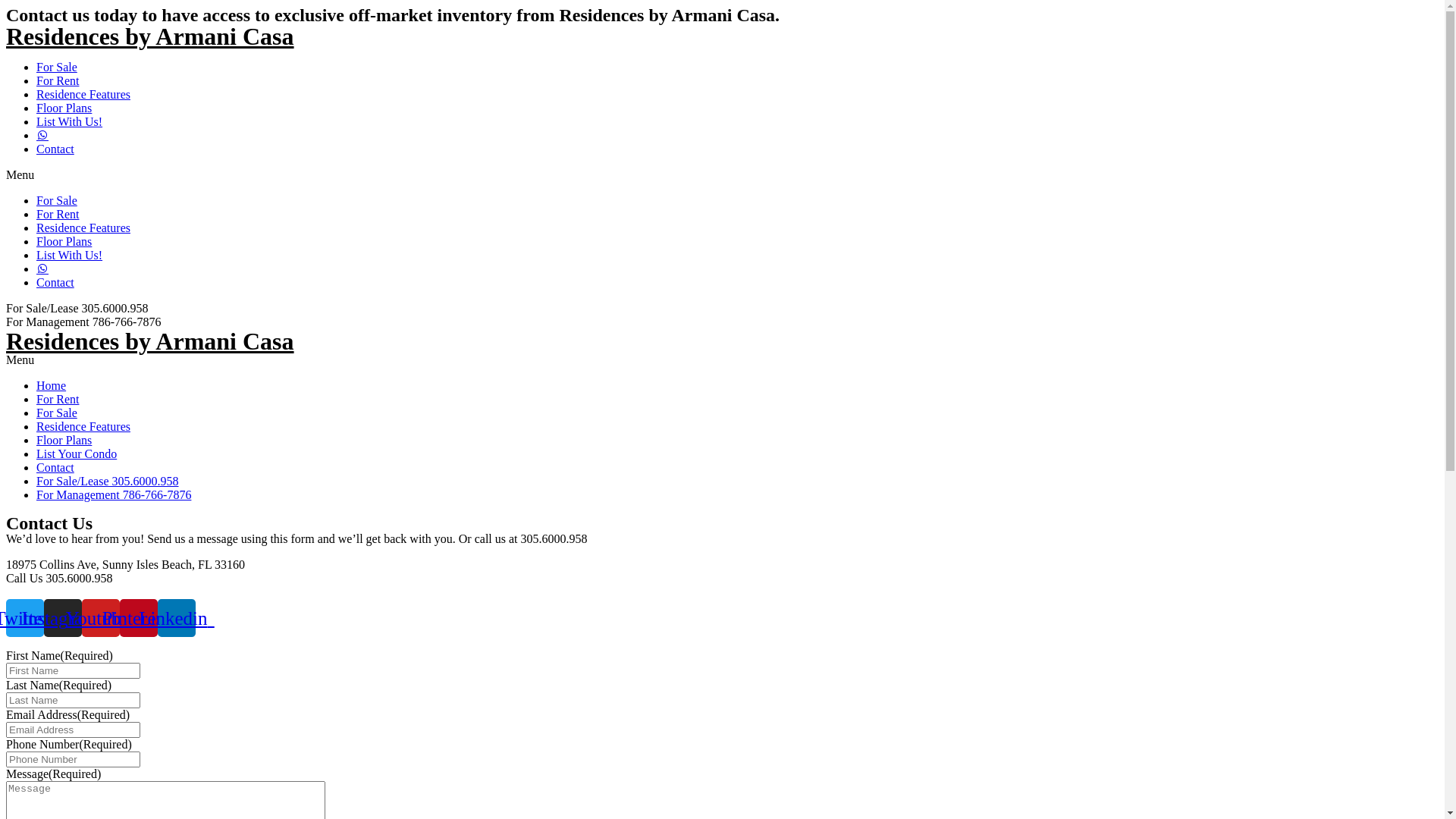 The height and width of the screenshot is (819, 1456). What do you see at coordinates (119, 617) in the screenshot?
I see `'Pinterest'` at bounding box center [119, 617].